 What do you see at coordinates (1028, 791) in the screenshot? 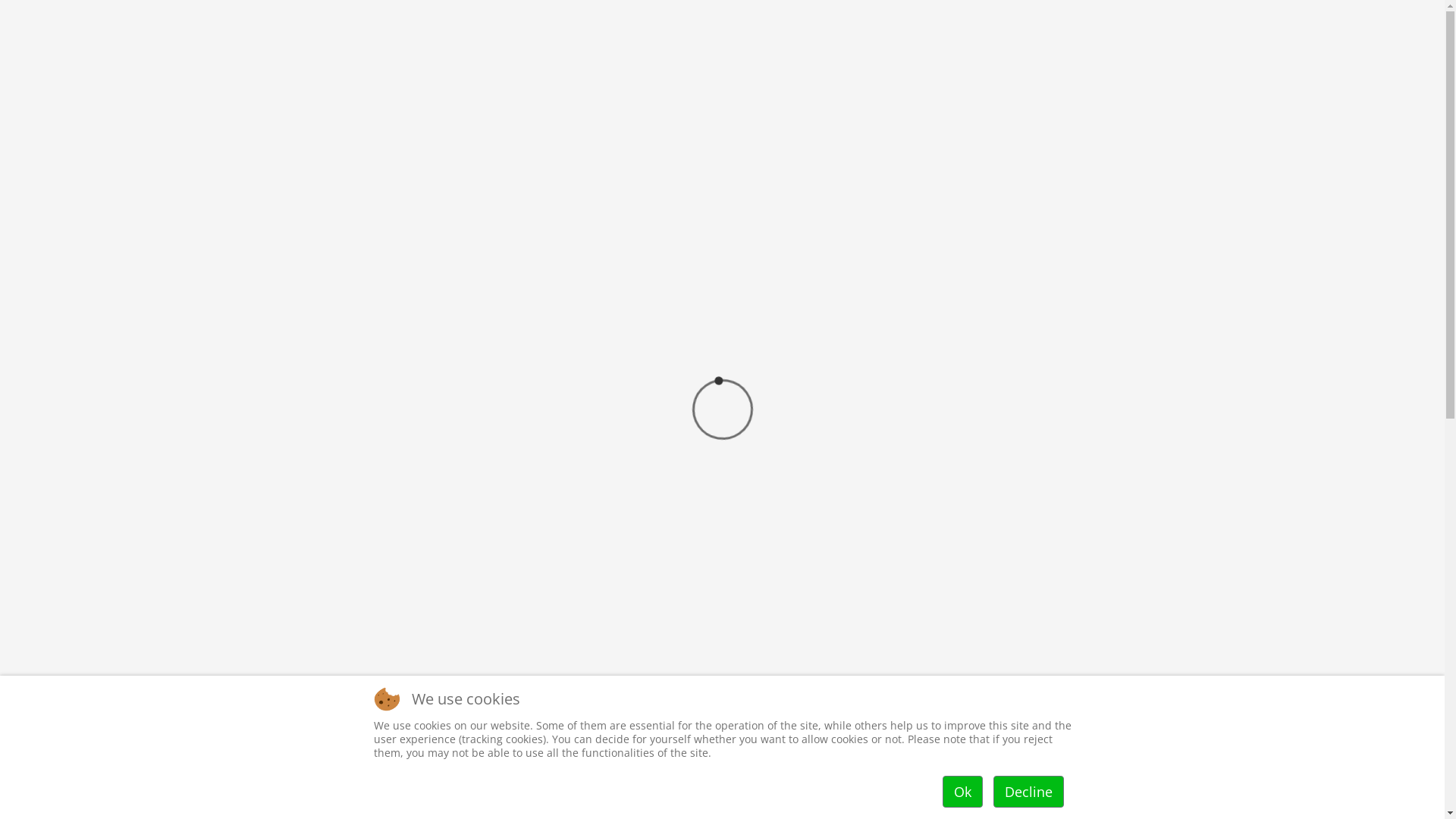
I see `'Decline'` at bounding box center [1028, 791].